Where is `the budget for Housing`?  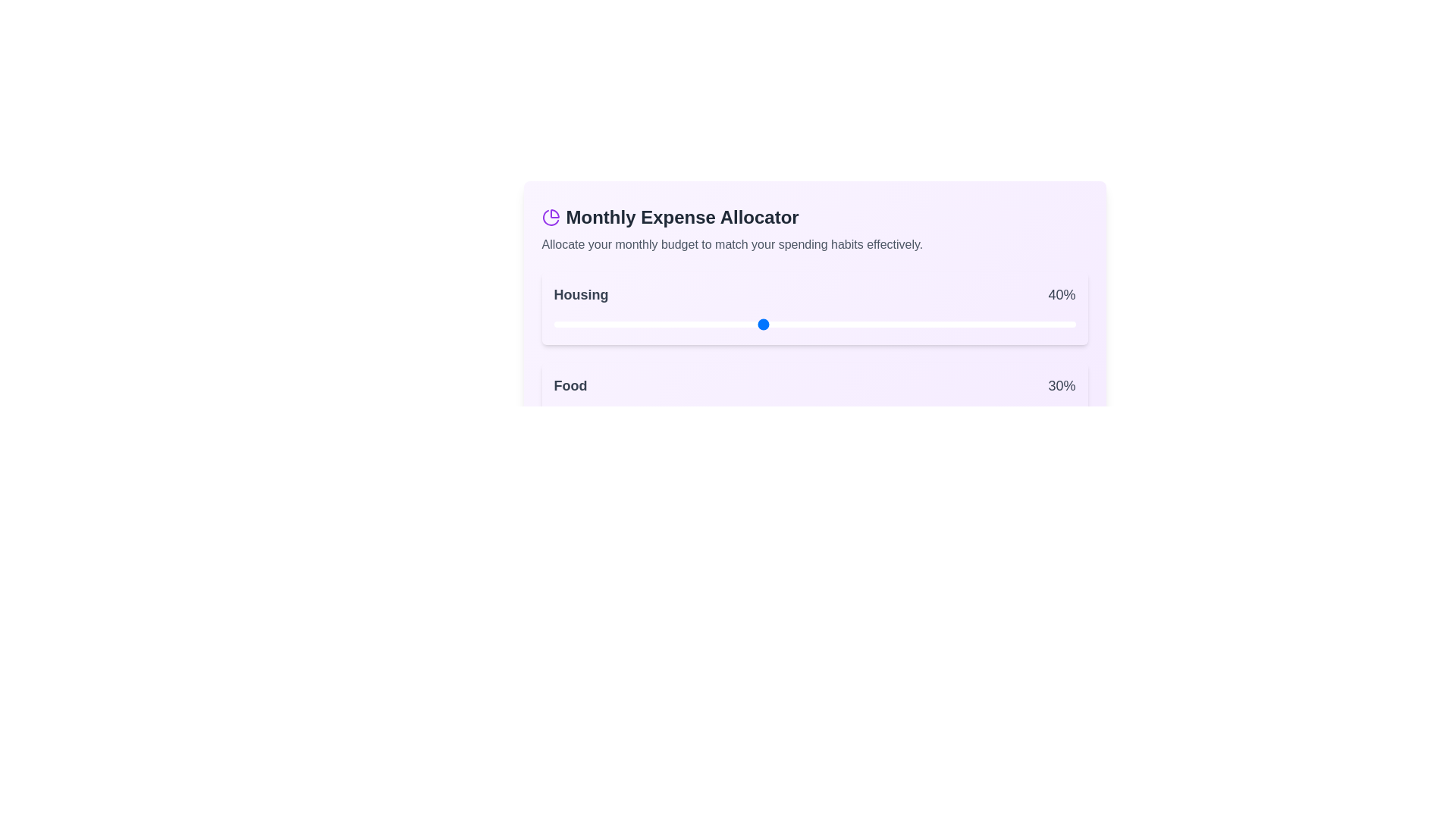
the budget for Housing is located at coordinates (856, 324).